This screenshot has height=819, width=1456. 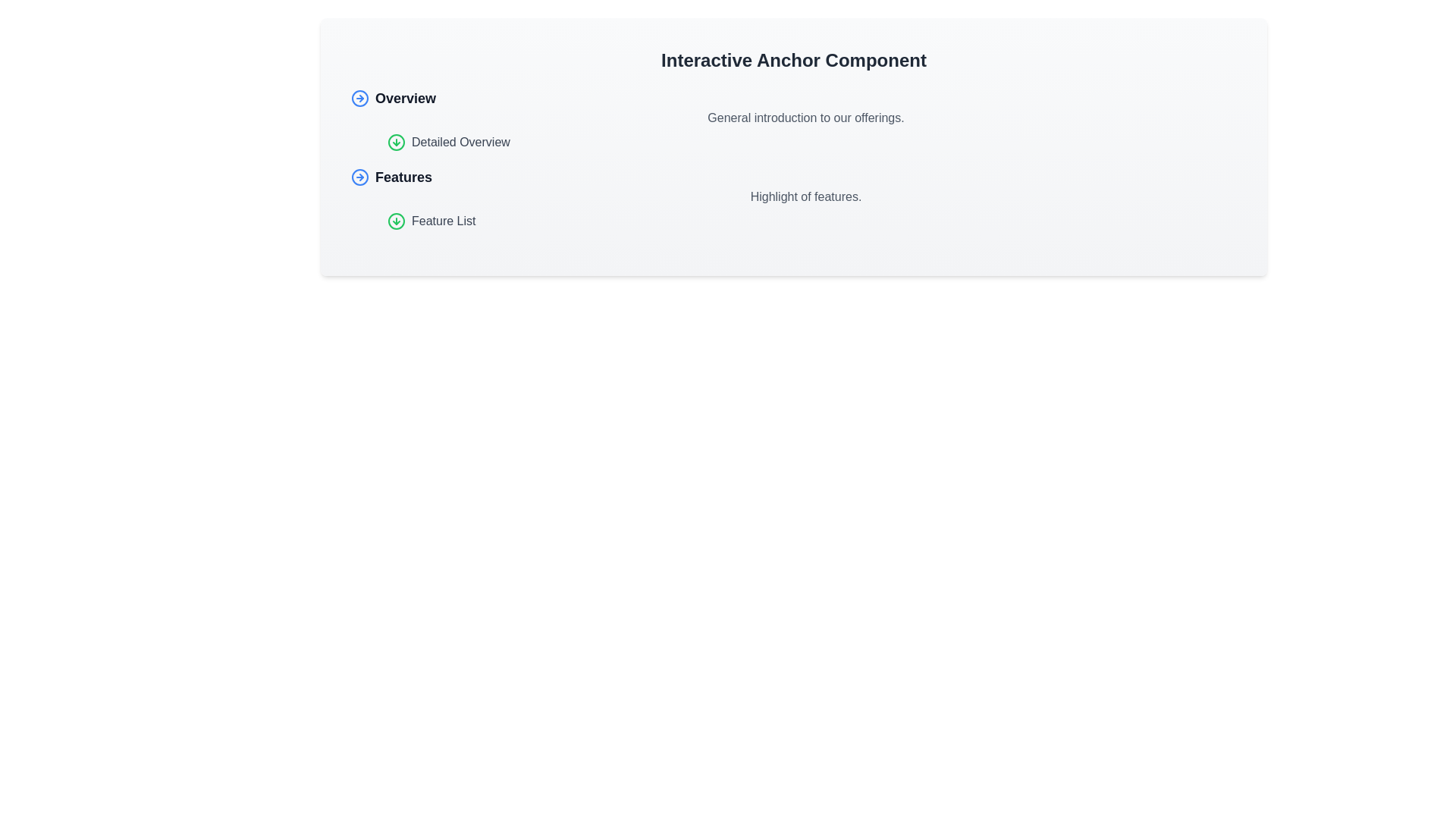 What do you see at coordinates (397, 221) in the screenshot?
I see `the circular vector graphic element located on the right side of the second entry in the vertical list of feature items, which is part of a graphic icon next to the 'Feature List' text` at bounding box center [397, 221].